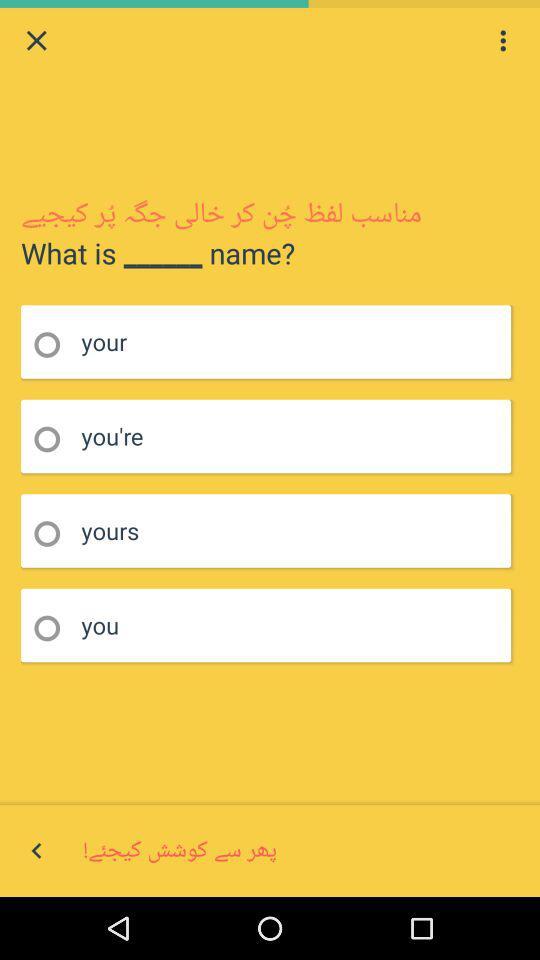  What do you see at coordinates (53, 627) in the screenshot?
I see `option` at bounding box center [53, 627].